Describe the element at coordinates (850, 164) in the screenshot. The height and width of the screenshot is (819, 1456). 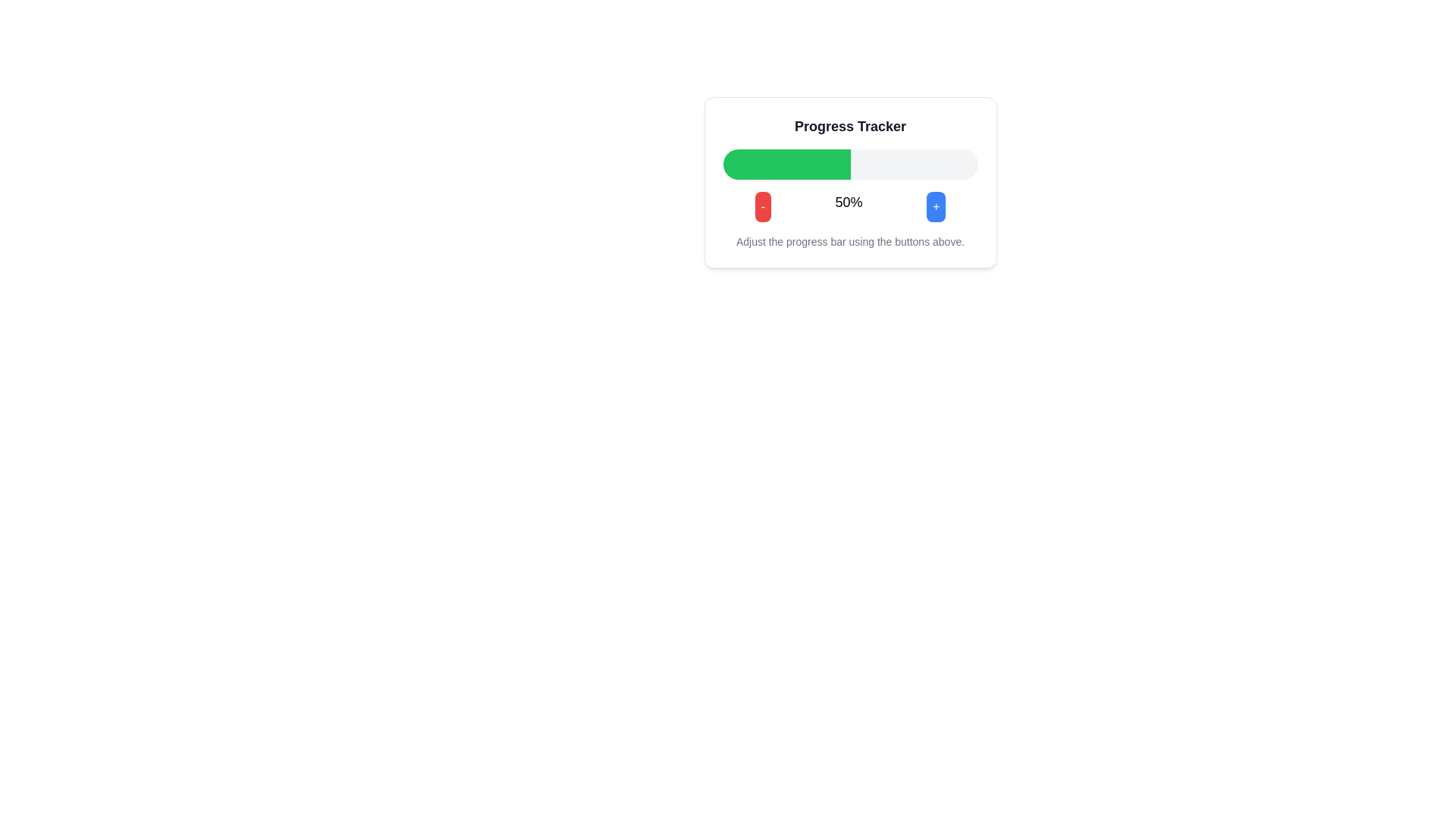
I see `the progress bar located in the 'Progress Tracker' card, which is a horizontal bar with a green left section representing 50% progress and a gray right section indicating incomplete progress` at that location.